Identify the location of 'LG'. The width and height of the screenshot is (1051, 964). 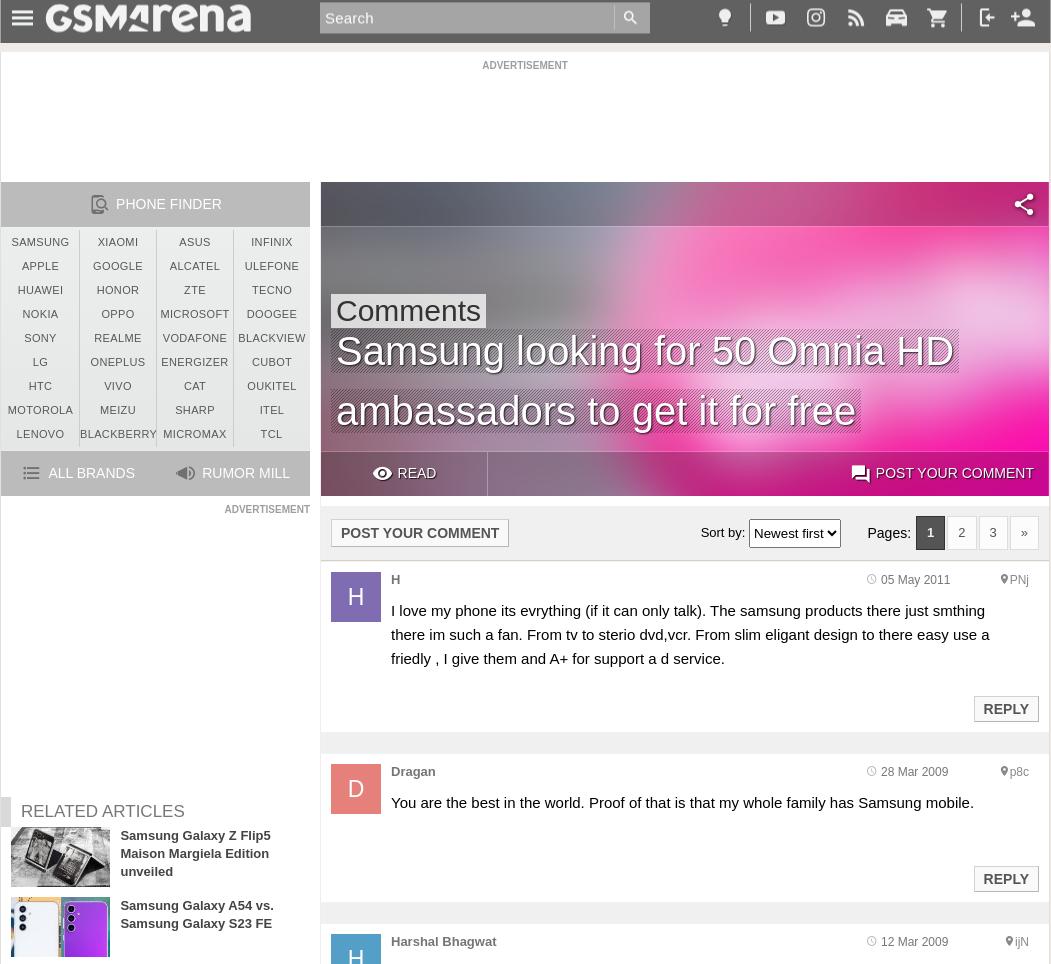
(40, 360).